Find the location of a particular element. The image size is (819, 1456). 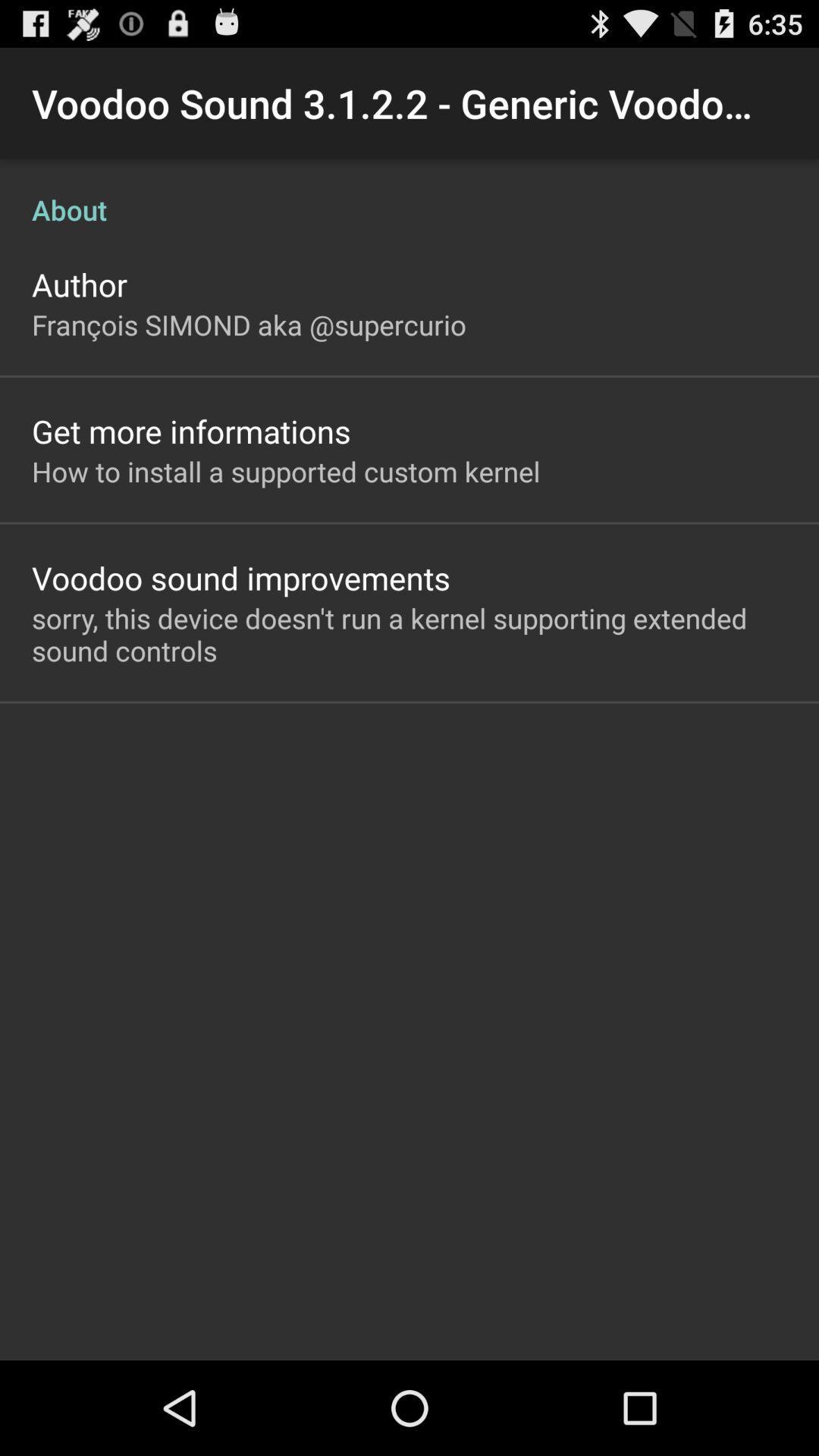

author app is located at coordinates (79, 284).